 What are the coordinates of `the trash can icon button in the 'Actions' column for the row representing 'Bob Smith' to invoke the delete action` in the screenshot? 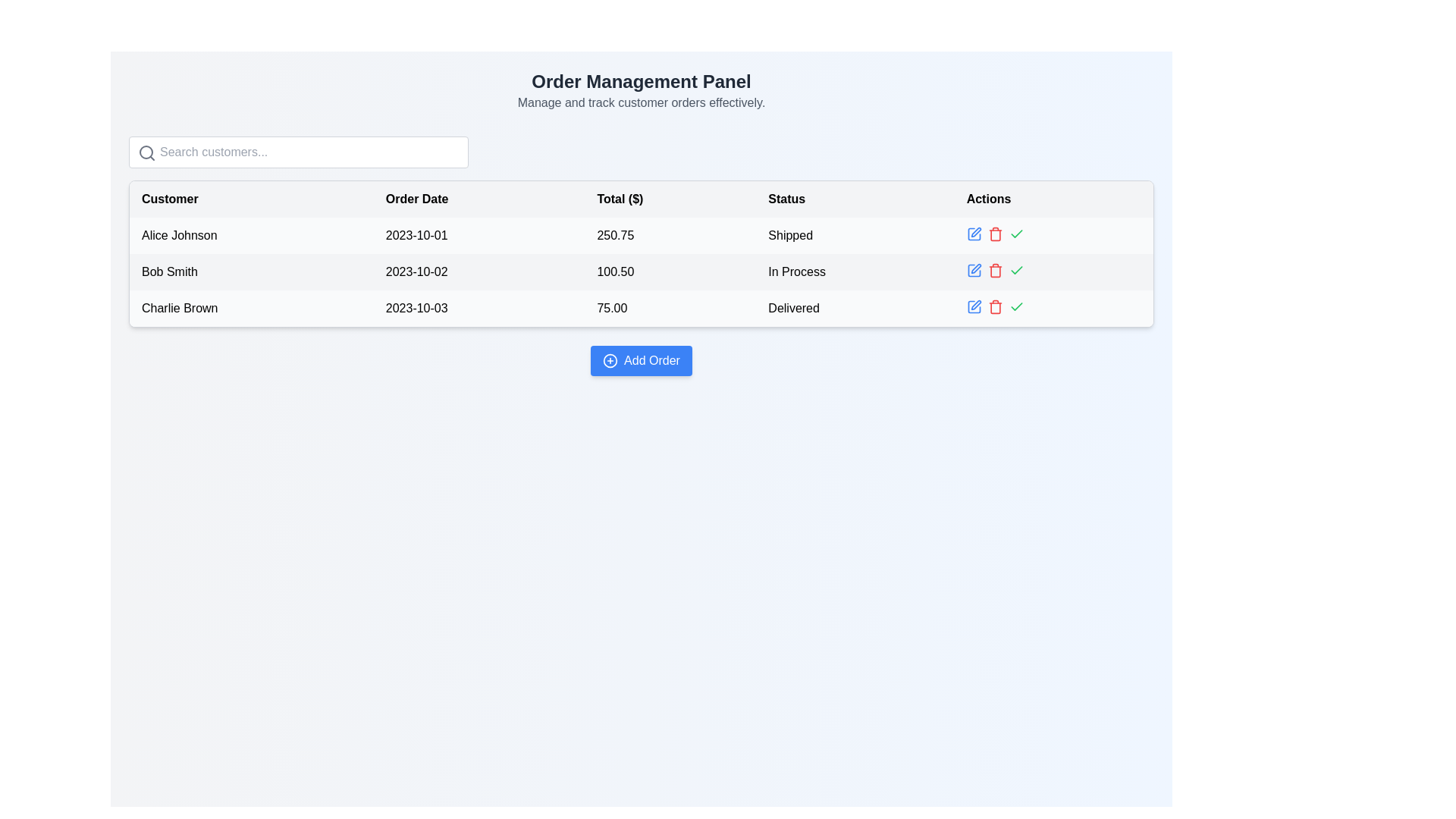 It's located at (995, 271).